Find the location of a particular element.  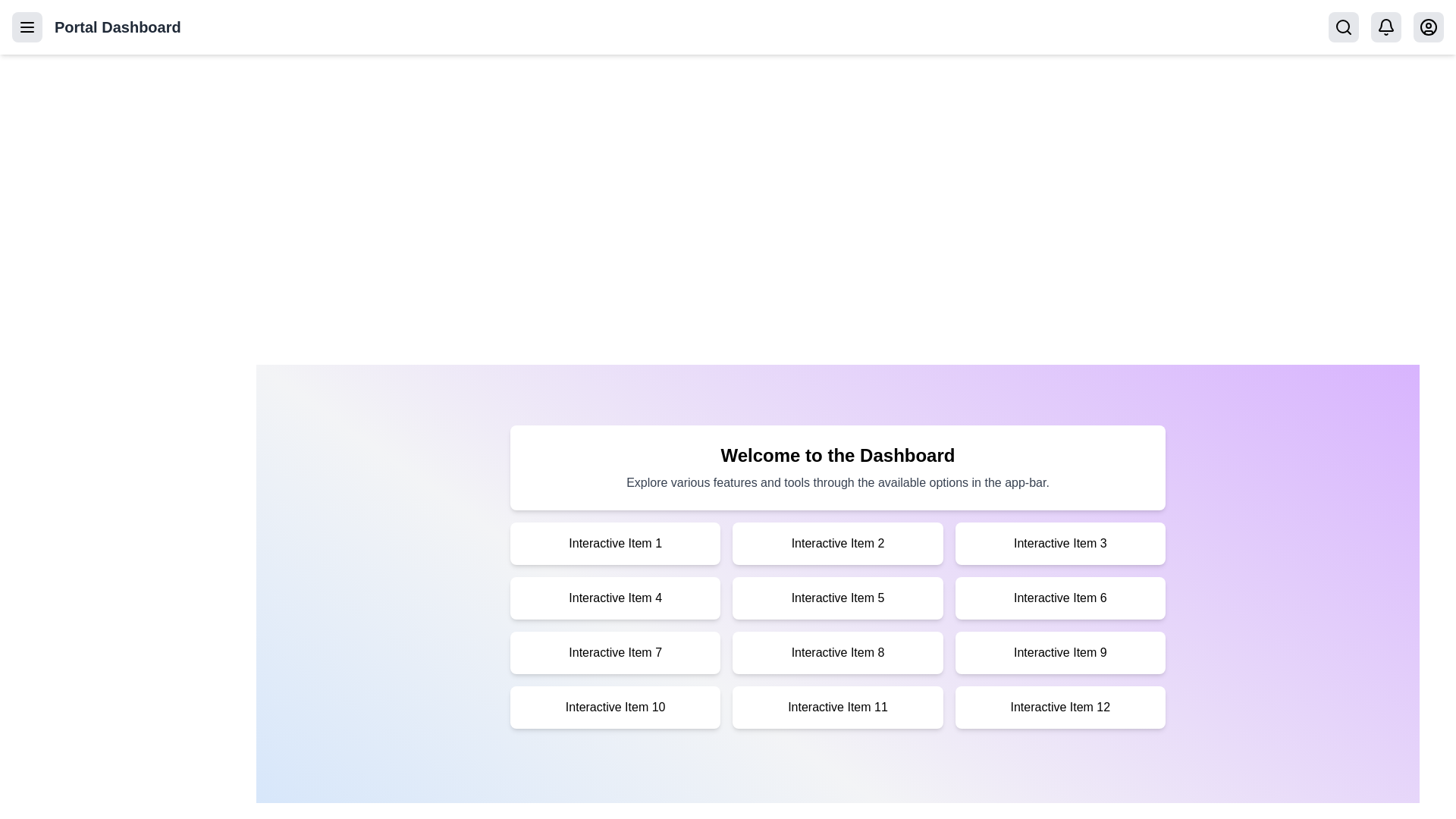

the user profile icon in the app bar is located at coordinates (1427, 27).